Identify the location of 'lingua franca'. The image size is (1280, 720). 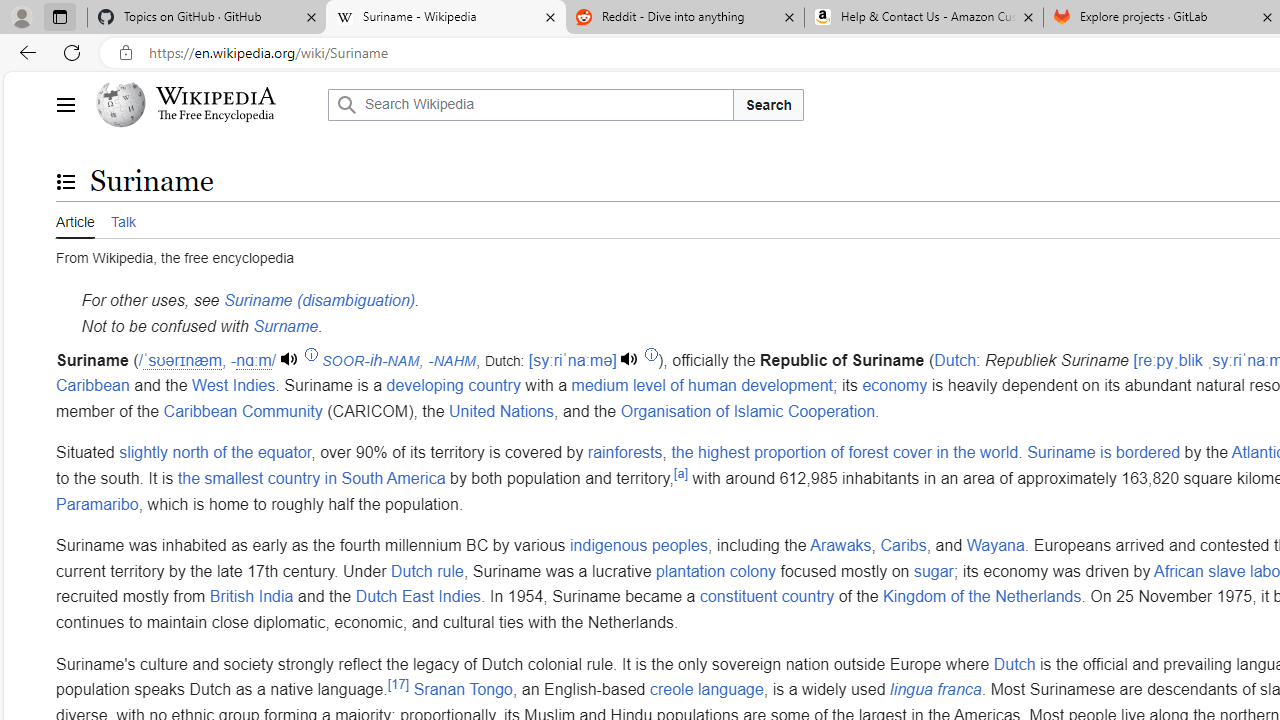
(934, 689).